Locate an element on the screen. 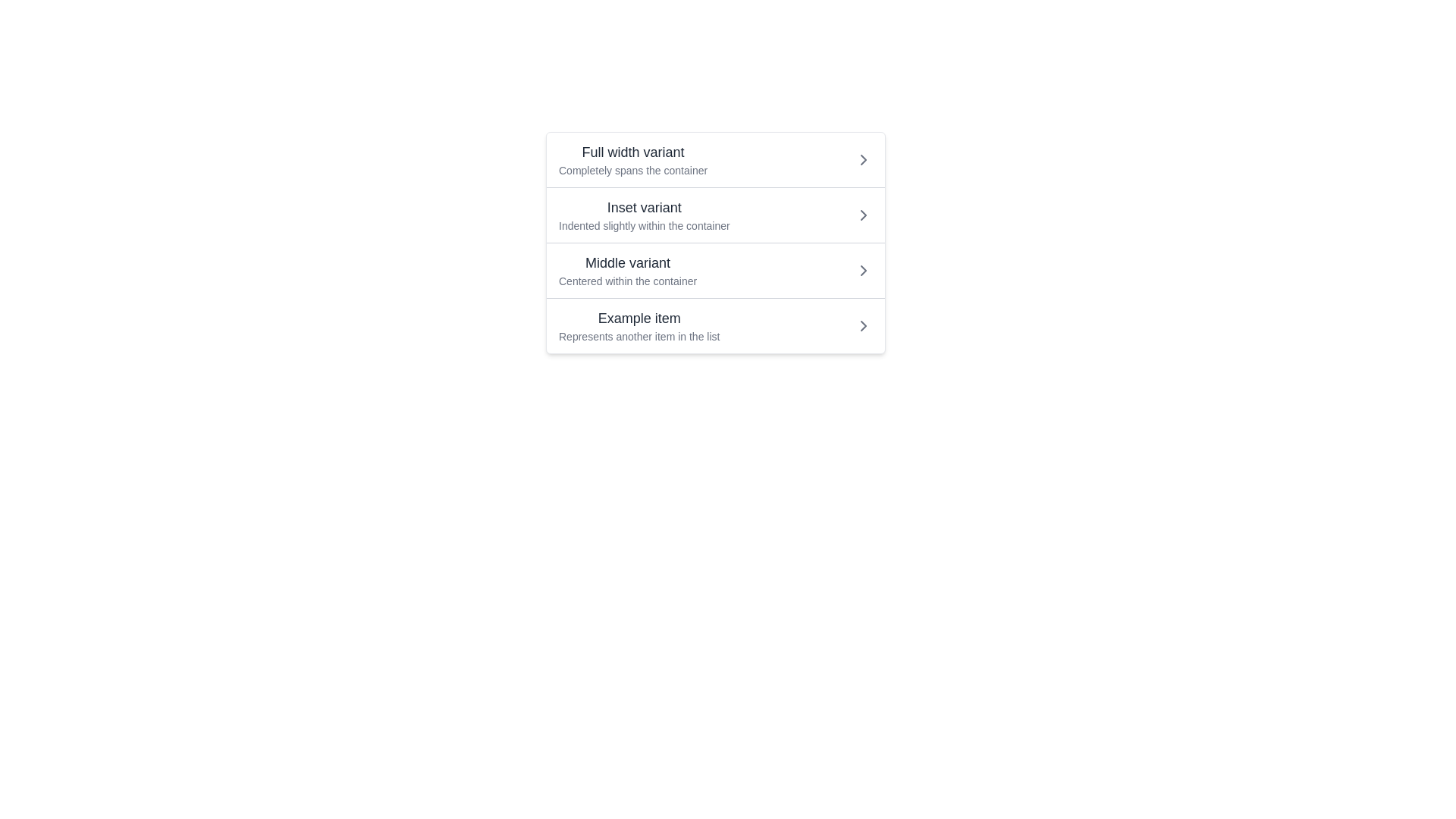 Image resolution: width=1456 pixels, height=819 pixels. the descriptive text label located beneath the 'Full width variant' label in the first section of the stacked layout is located at coordinates (633, 170).